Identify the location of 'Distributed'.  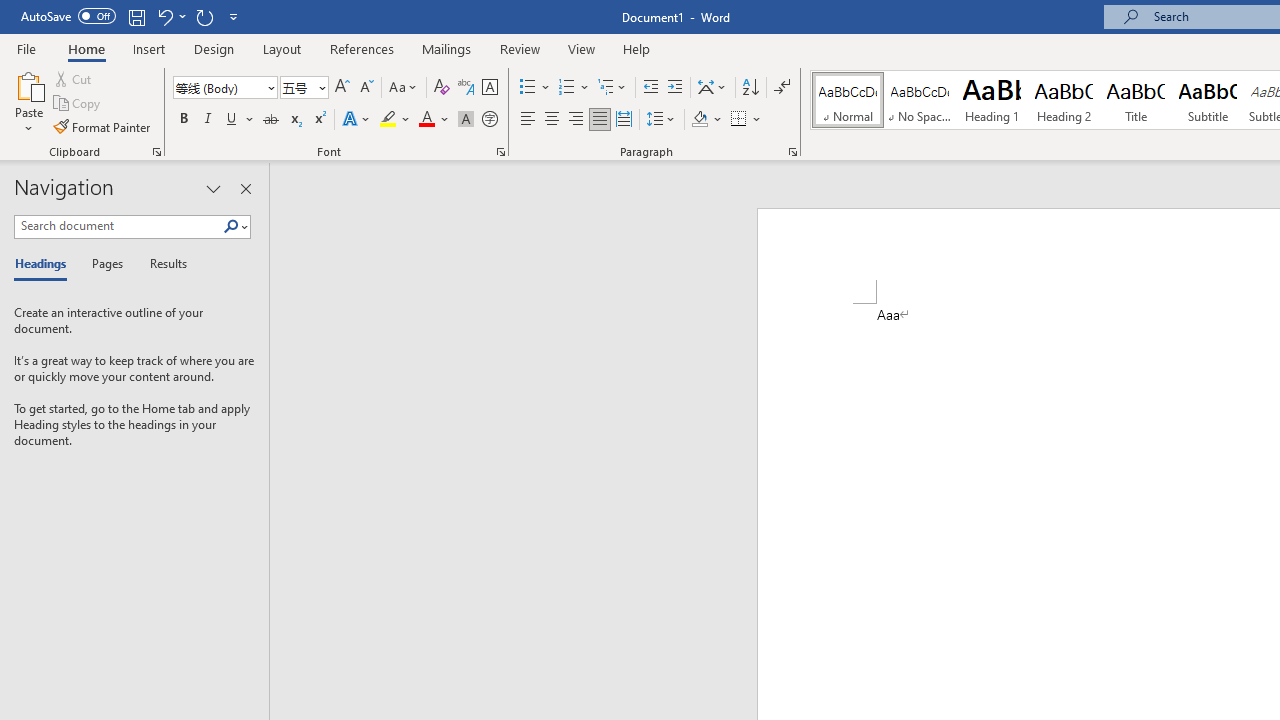
(623, 119).